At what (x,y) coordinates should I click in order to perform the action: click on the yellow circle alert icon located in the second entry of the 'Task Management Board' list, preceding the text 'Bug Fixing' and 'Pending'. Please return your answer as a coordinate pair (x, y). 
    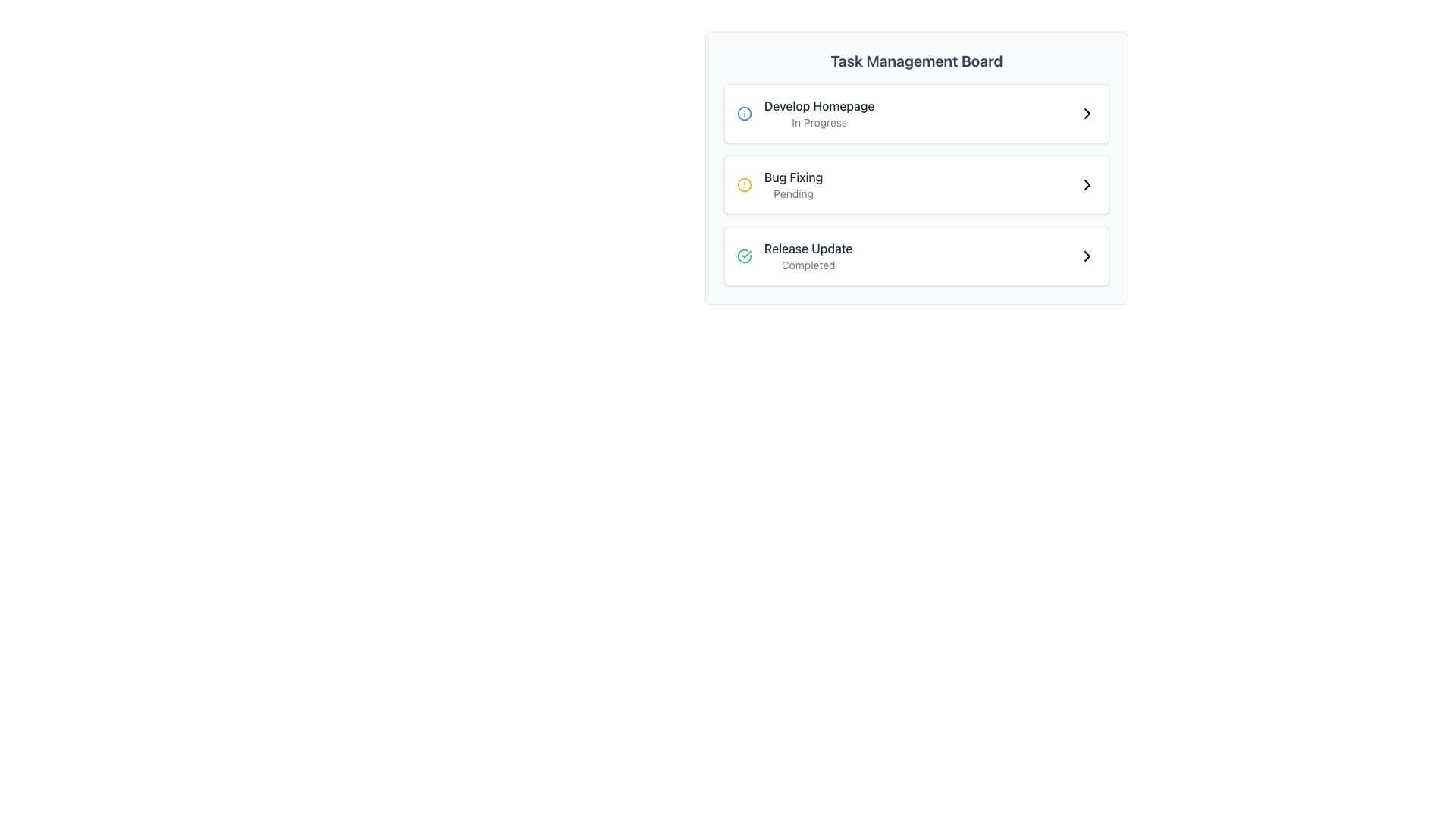
    Looking at the image, I should click on (745, 184).